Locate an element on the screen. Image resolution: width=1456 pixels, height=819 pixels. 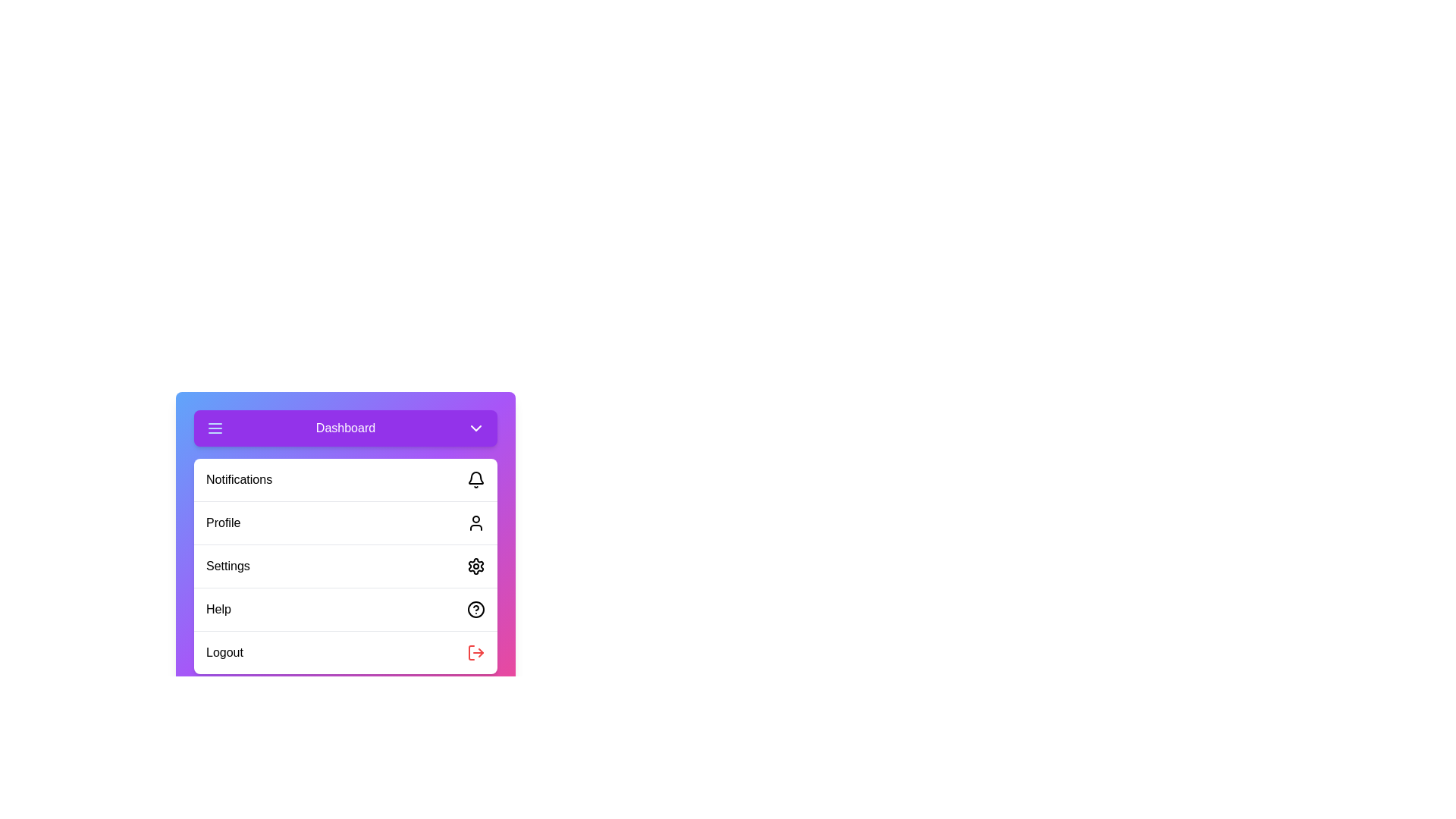
the icon next to the menu item Help is located at coordinates (475, 608).